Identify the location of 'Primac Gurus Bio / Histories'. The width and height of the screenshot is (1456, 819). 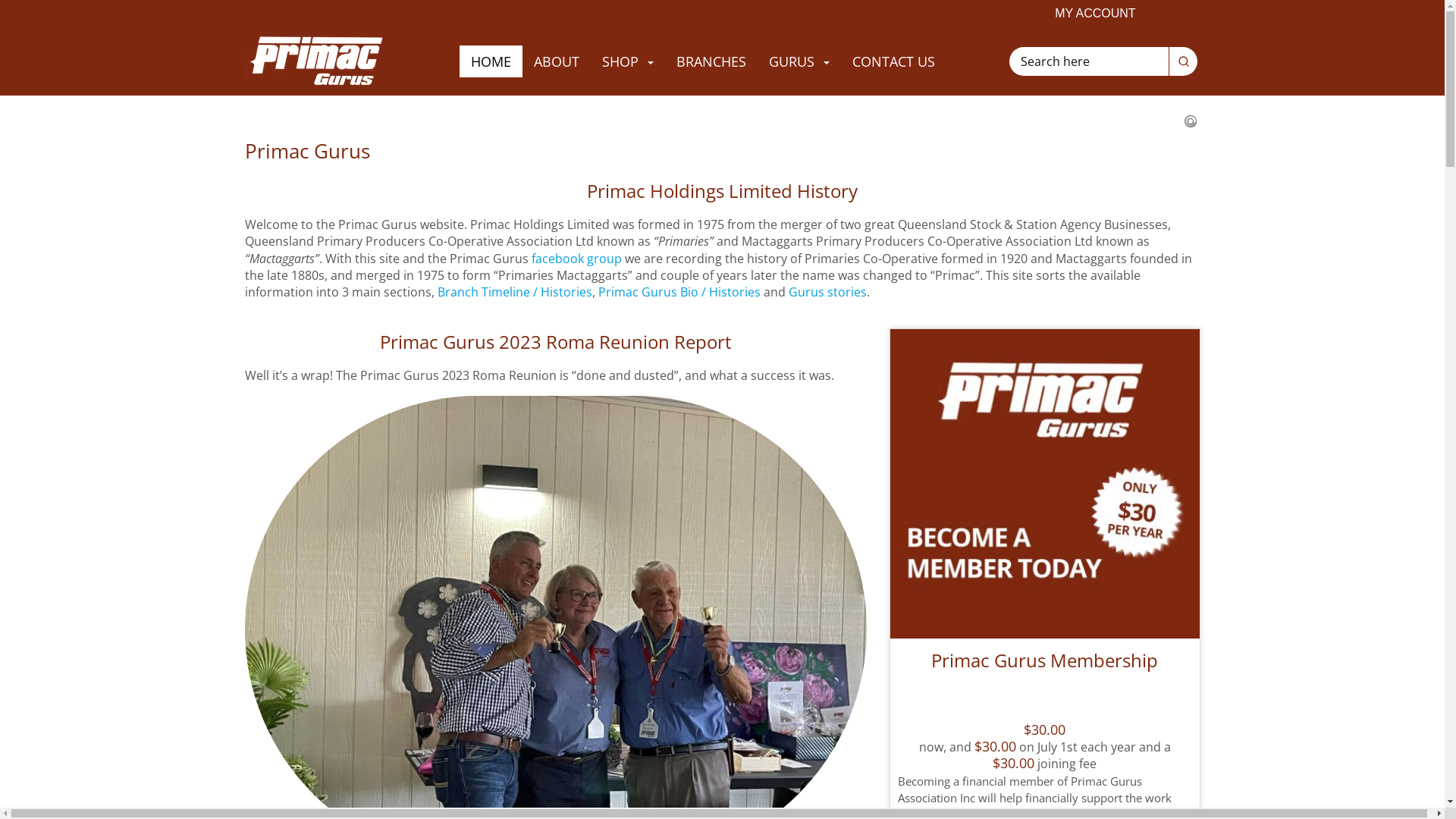
(596, 292).